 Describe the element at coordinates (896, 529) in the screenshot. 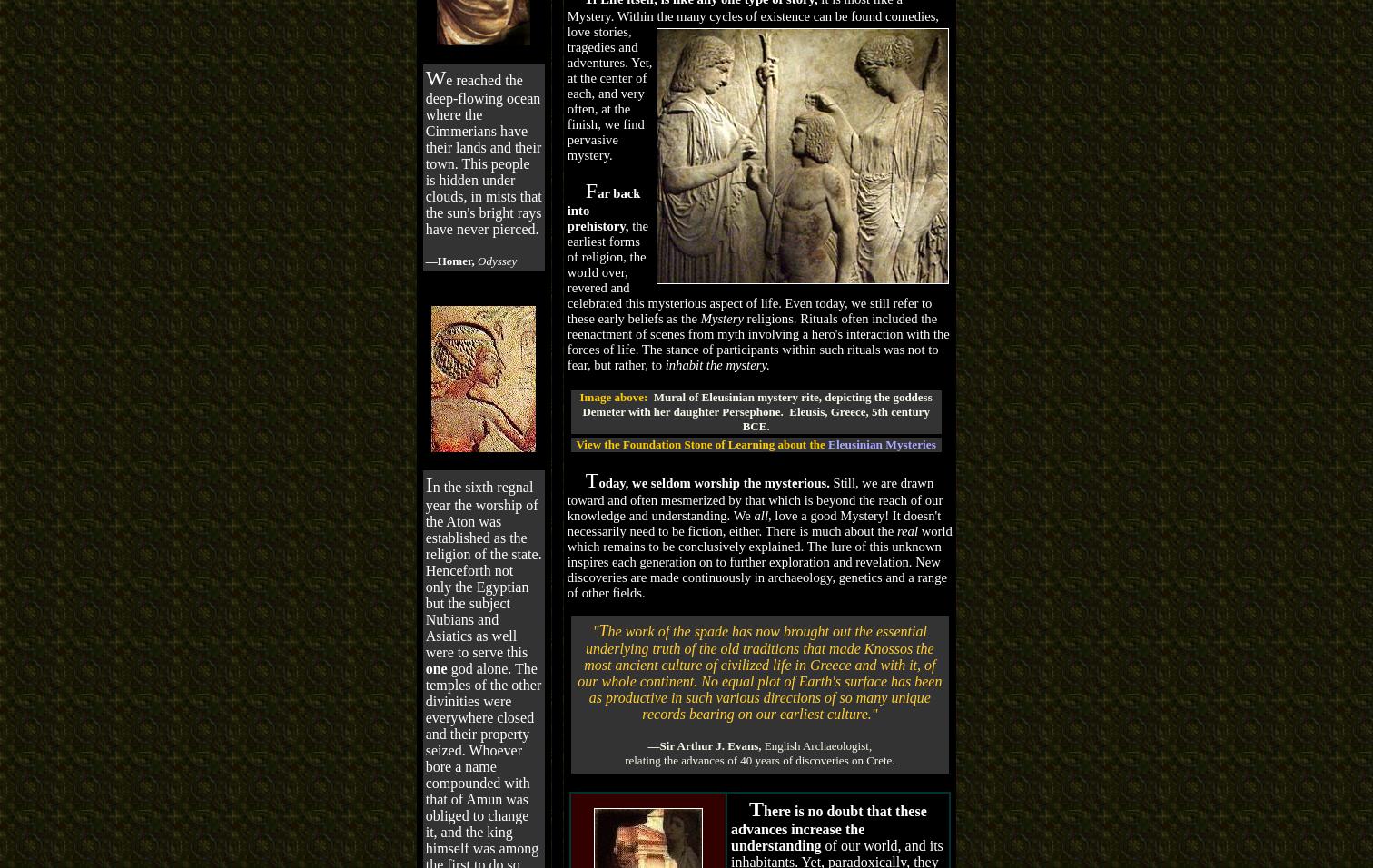

I see `'real'` at that location.